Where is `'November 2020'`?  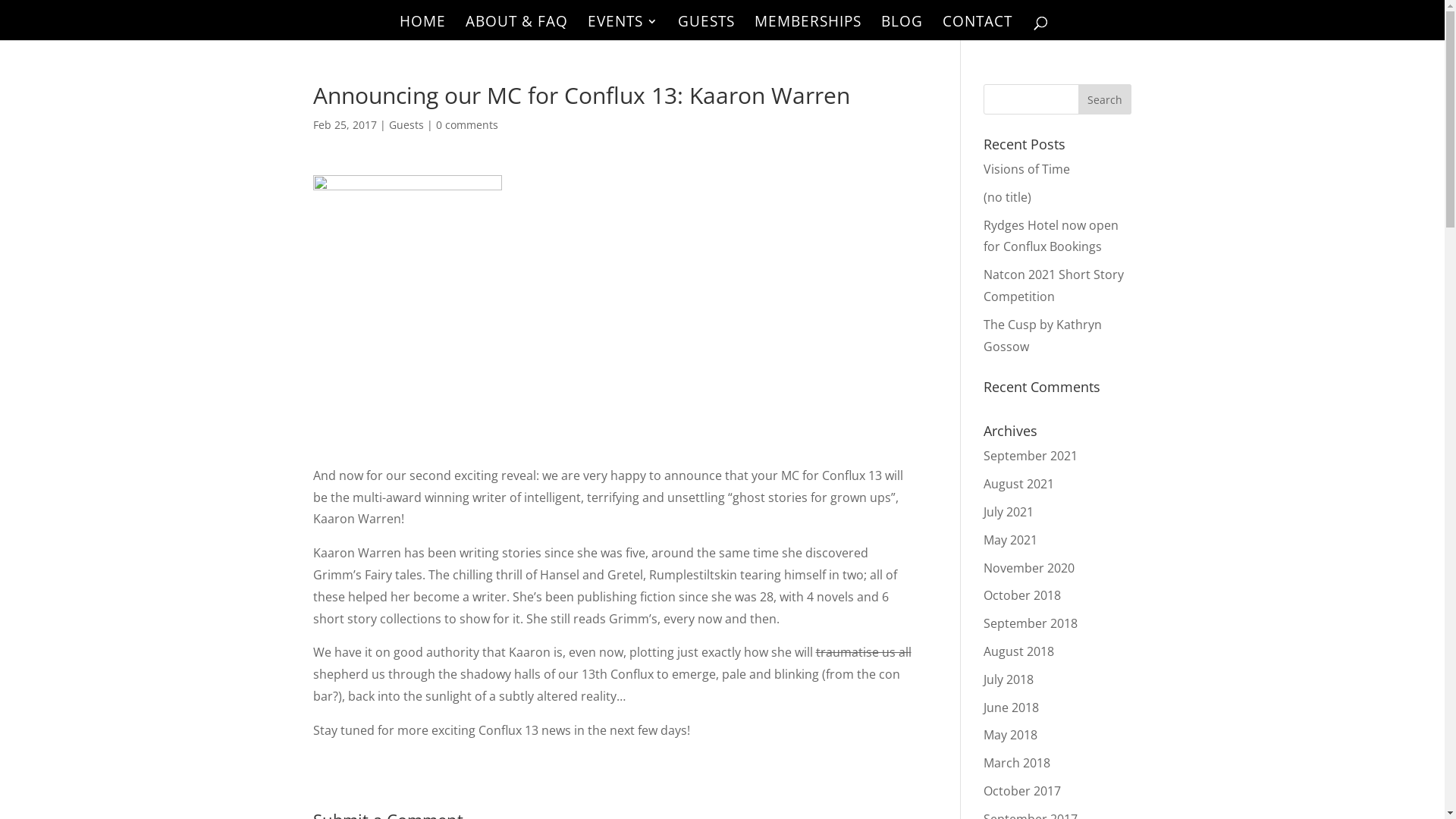
'November 2020' is located at coordinates (1029, 567).